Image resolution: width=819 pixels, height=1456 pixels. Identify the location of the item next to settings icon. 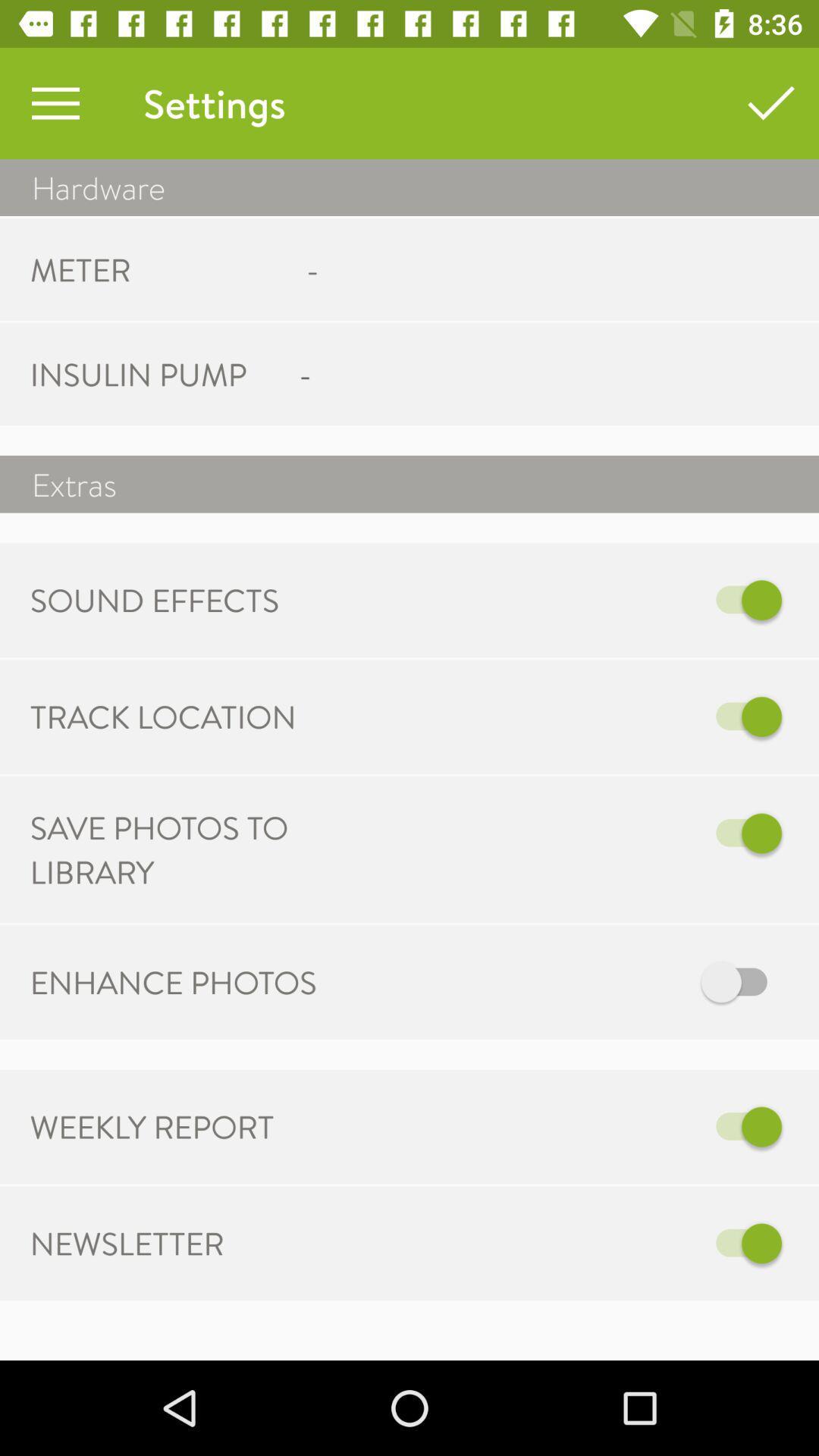
(55, 102).